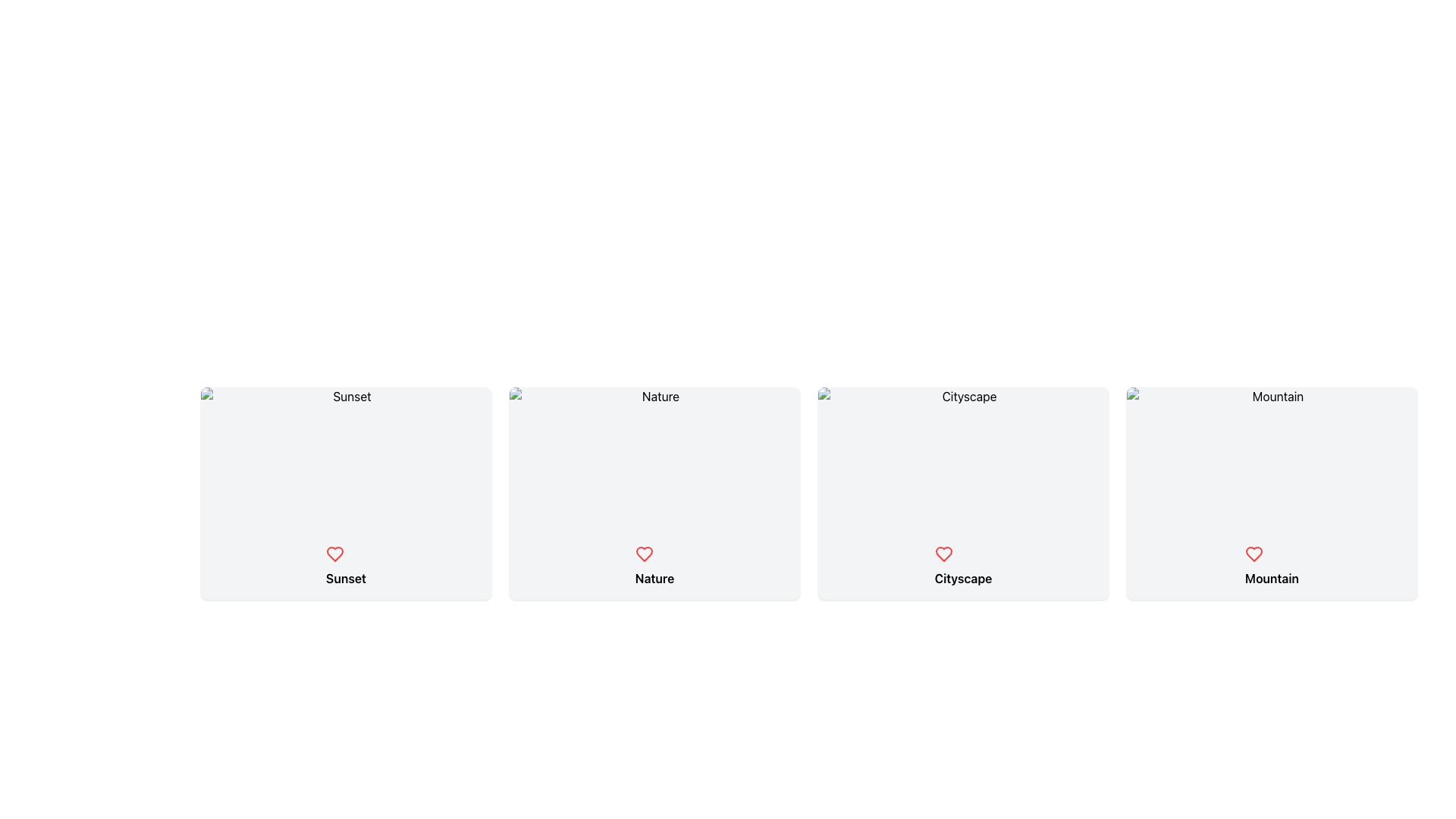 This screenshot has height=819, width=1456. What do you see at coordinates (644, 554) in the screenshot?
I see `the outlined heart-shaped icon with a red border representing a 'like' action located above the 'Nature' label` at bounding box center [644, 554].